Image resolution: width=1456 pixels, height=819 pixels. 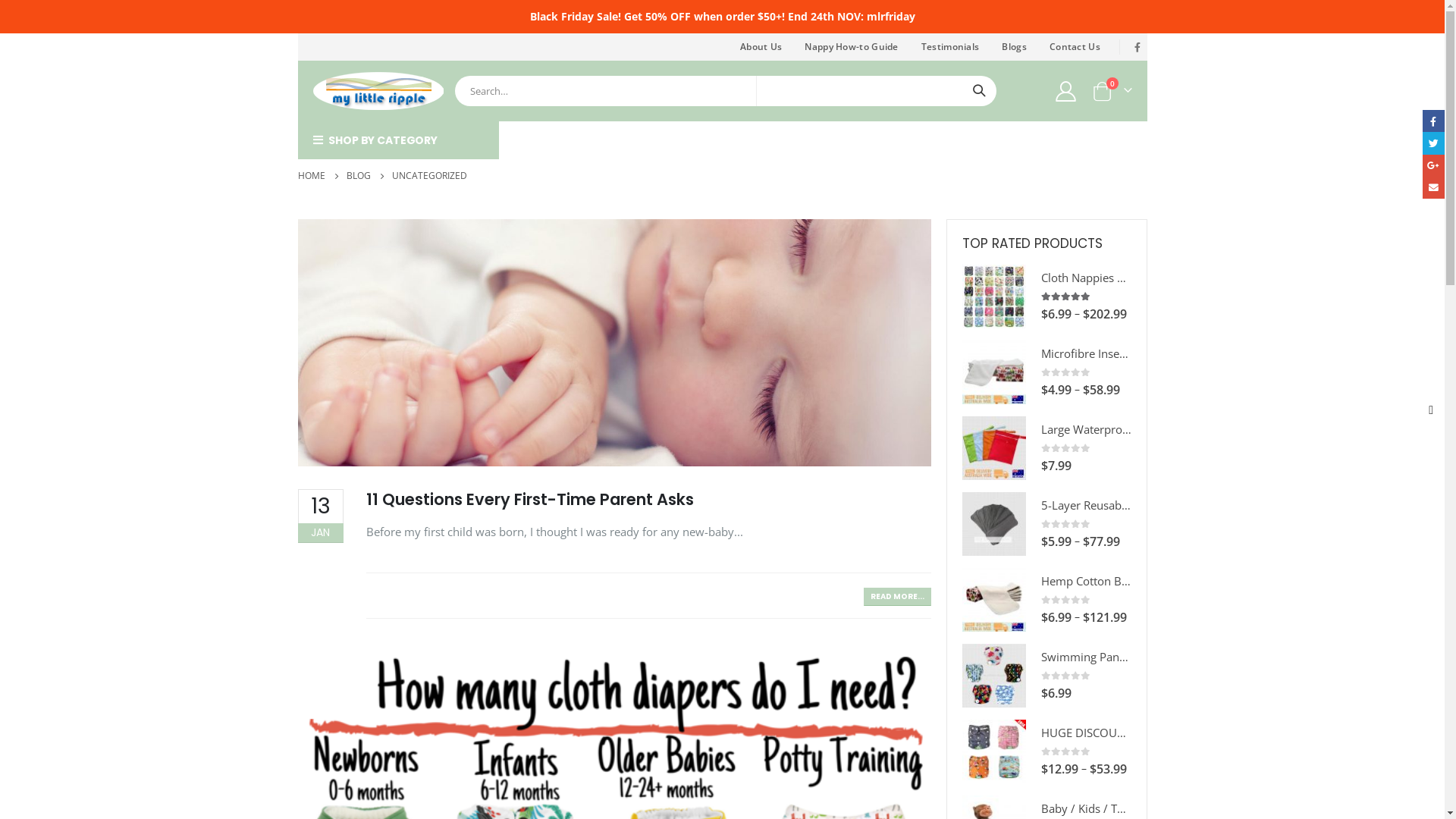 What do you see at coordinates (728, 45) in the screenshot?
I see `'About Us'` at bounding box center [728, 45].